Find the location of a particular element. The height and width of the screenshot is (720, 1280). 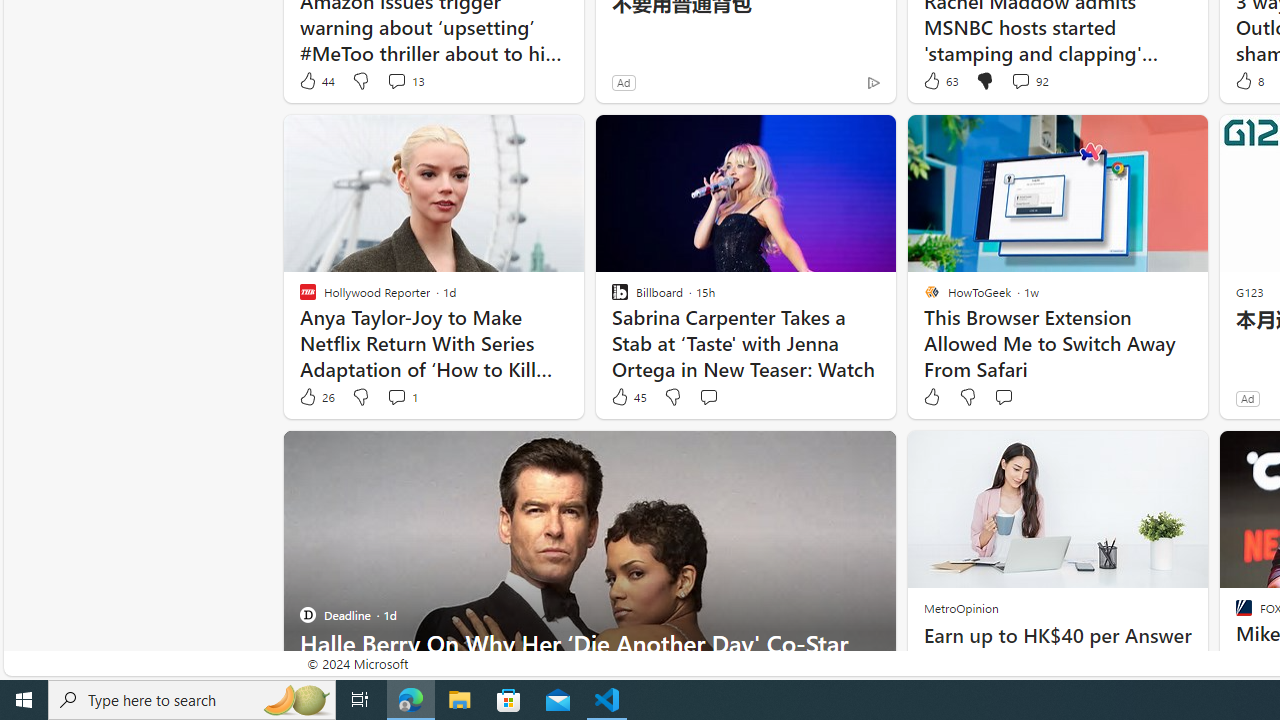

'44 Like' is located at coordinates (315, 80).